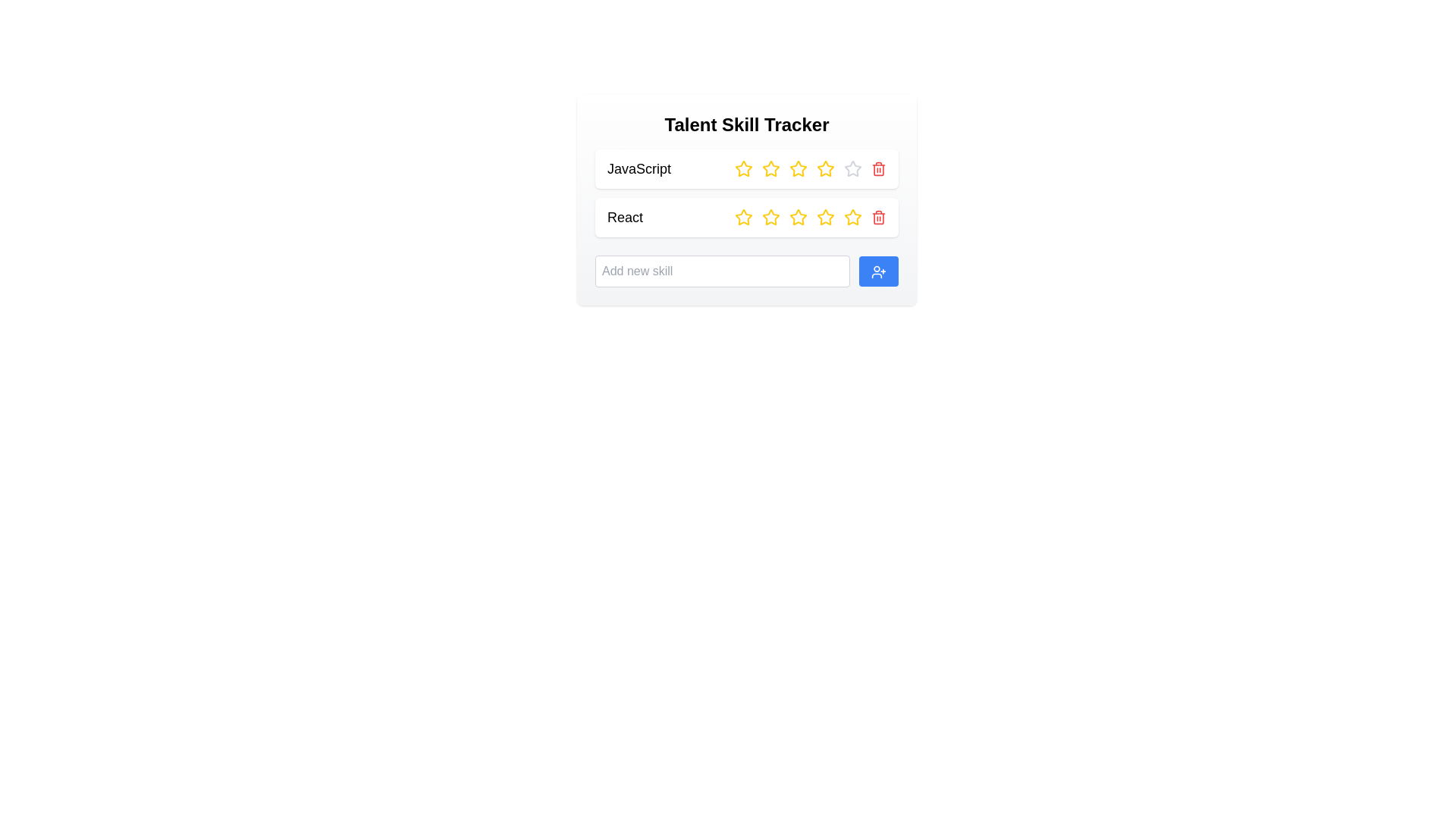  What do you see at coordinates (852, 169) in the screenshot?
I see `the sixth star-shaped icon representing the rating option for the 'JavaScript' skill` at bounding box center [852, 169].